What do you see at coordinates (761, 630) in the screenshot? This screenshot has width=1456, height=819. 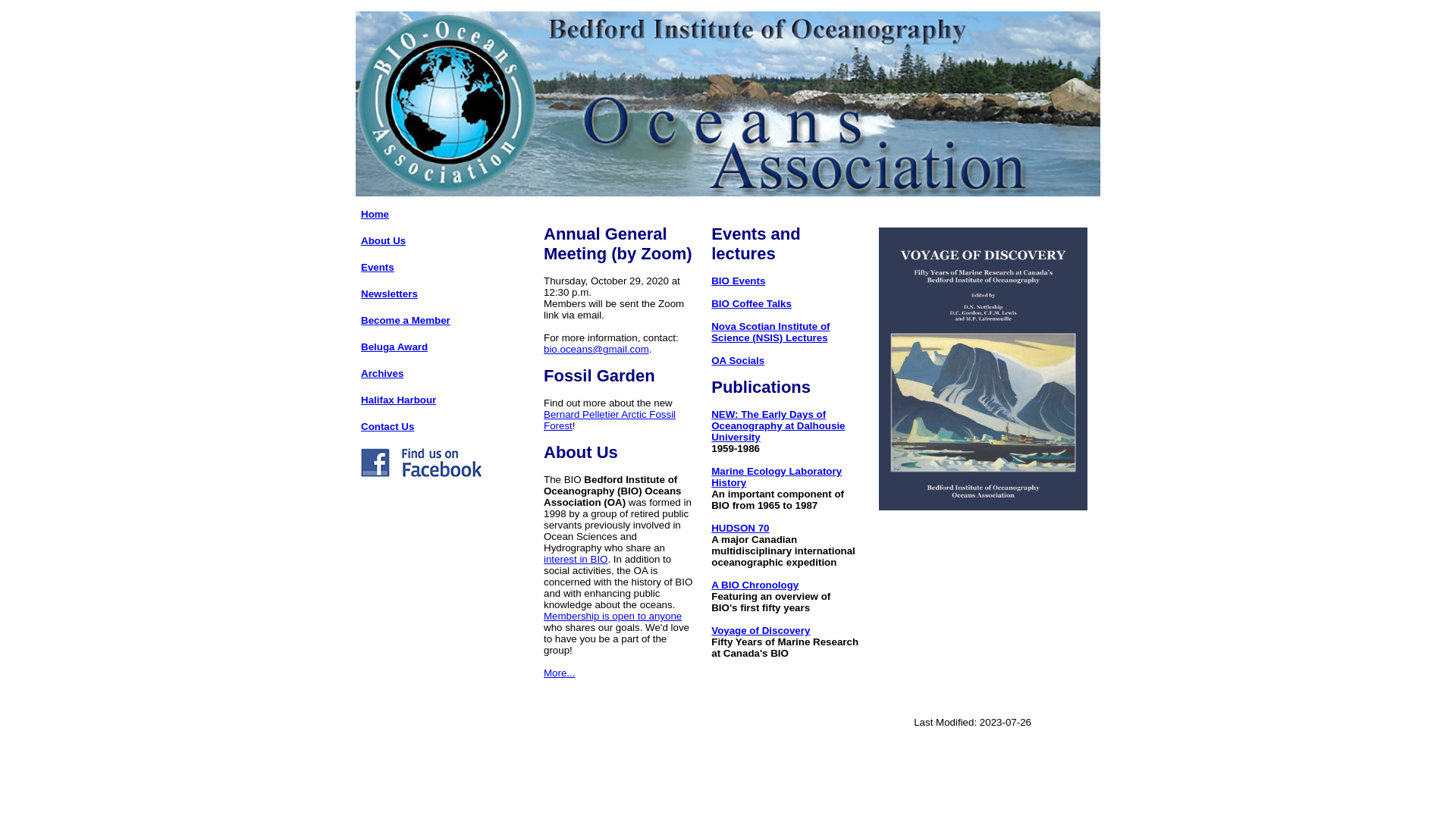 I see `'Voyage of Discovery'` at bounding box center [761, 630].